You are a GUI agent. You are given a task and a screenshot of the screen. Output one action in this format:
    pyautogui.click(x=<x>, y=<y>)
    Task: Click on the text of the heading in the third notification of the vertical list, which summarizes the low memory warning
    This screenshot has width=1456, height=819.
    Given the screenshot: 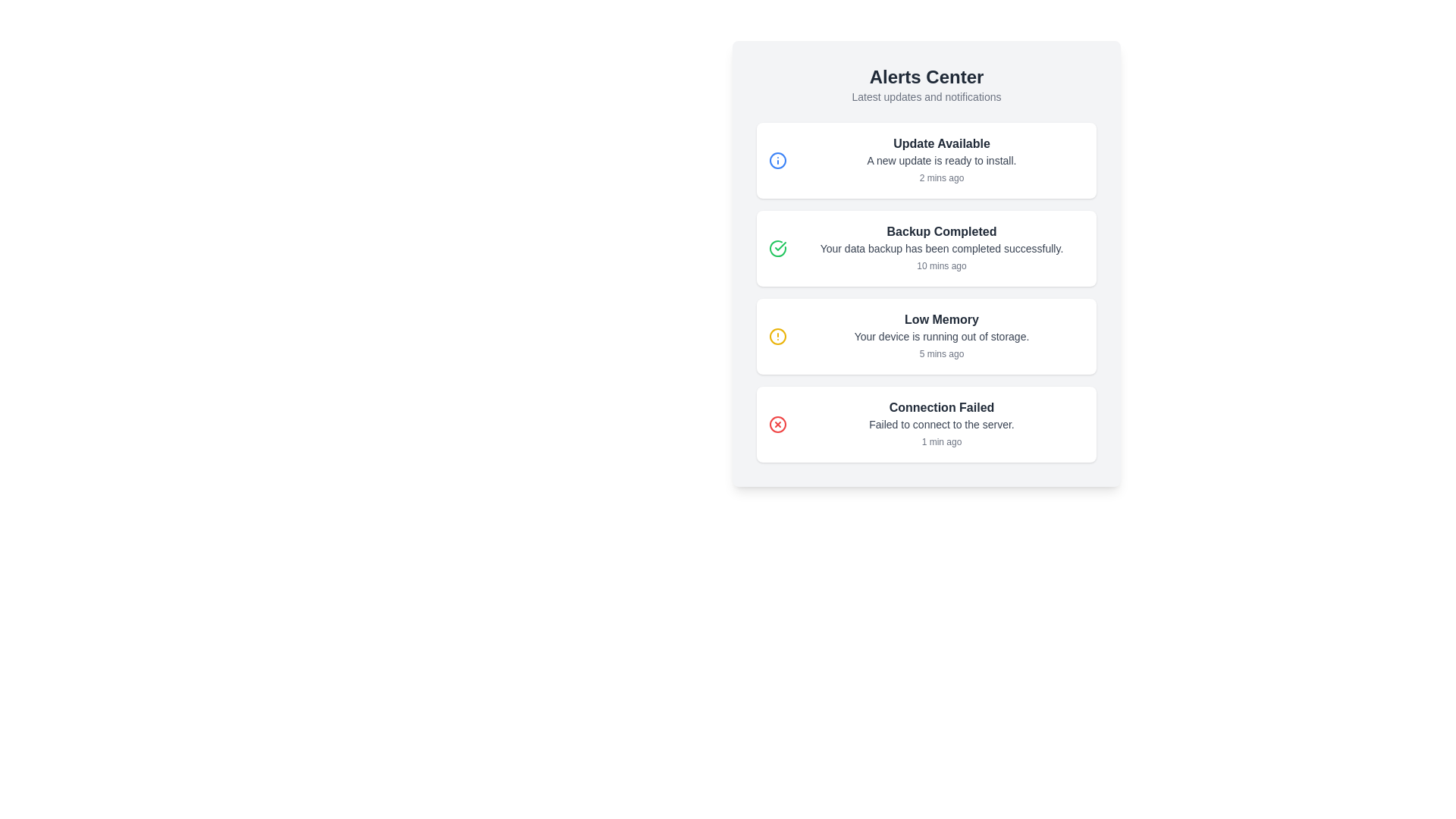 What is the action you would take?
    pyautogui.click(x=941, y=318)
    